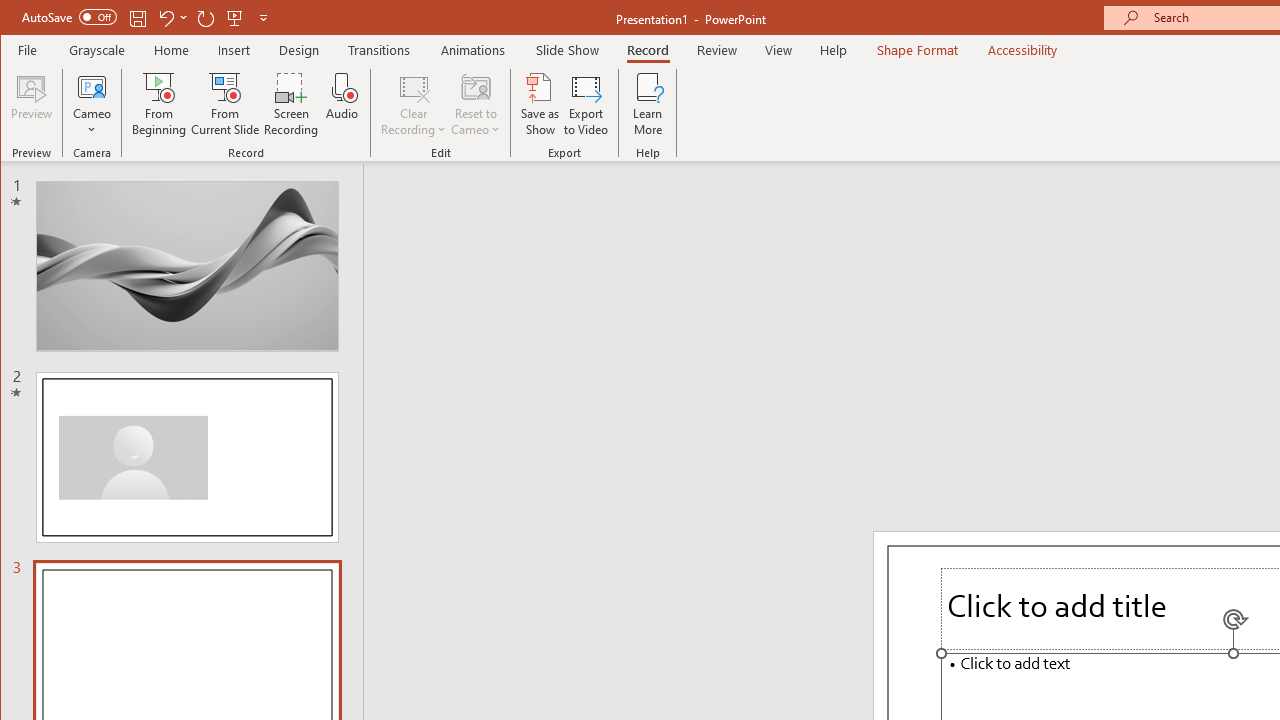 Image resolution: width=1280 pixels, height=720 pixels. What do you see at coordinates (225, 104) in the screenshot?
I see `'From Current Slide...'` at bounding box center [225, 104].